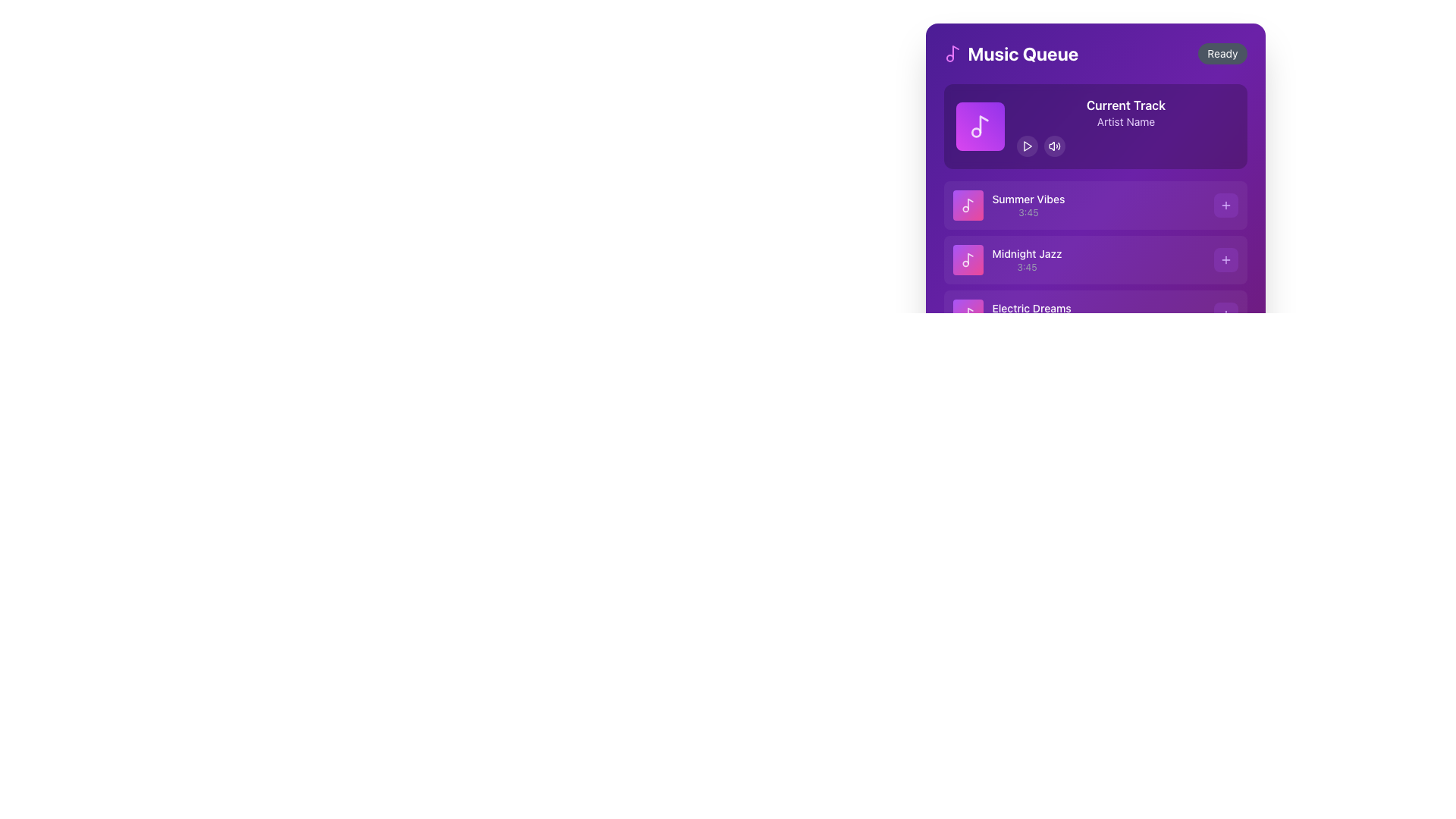 Image resolution: width=1456 pixels, height=819 pixels. I want to click on the text label displaying 'Electric Dreams', which is prominently placed on a purple background in the Music Queue, above the duration text '3:45', so click(1031, 308).